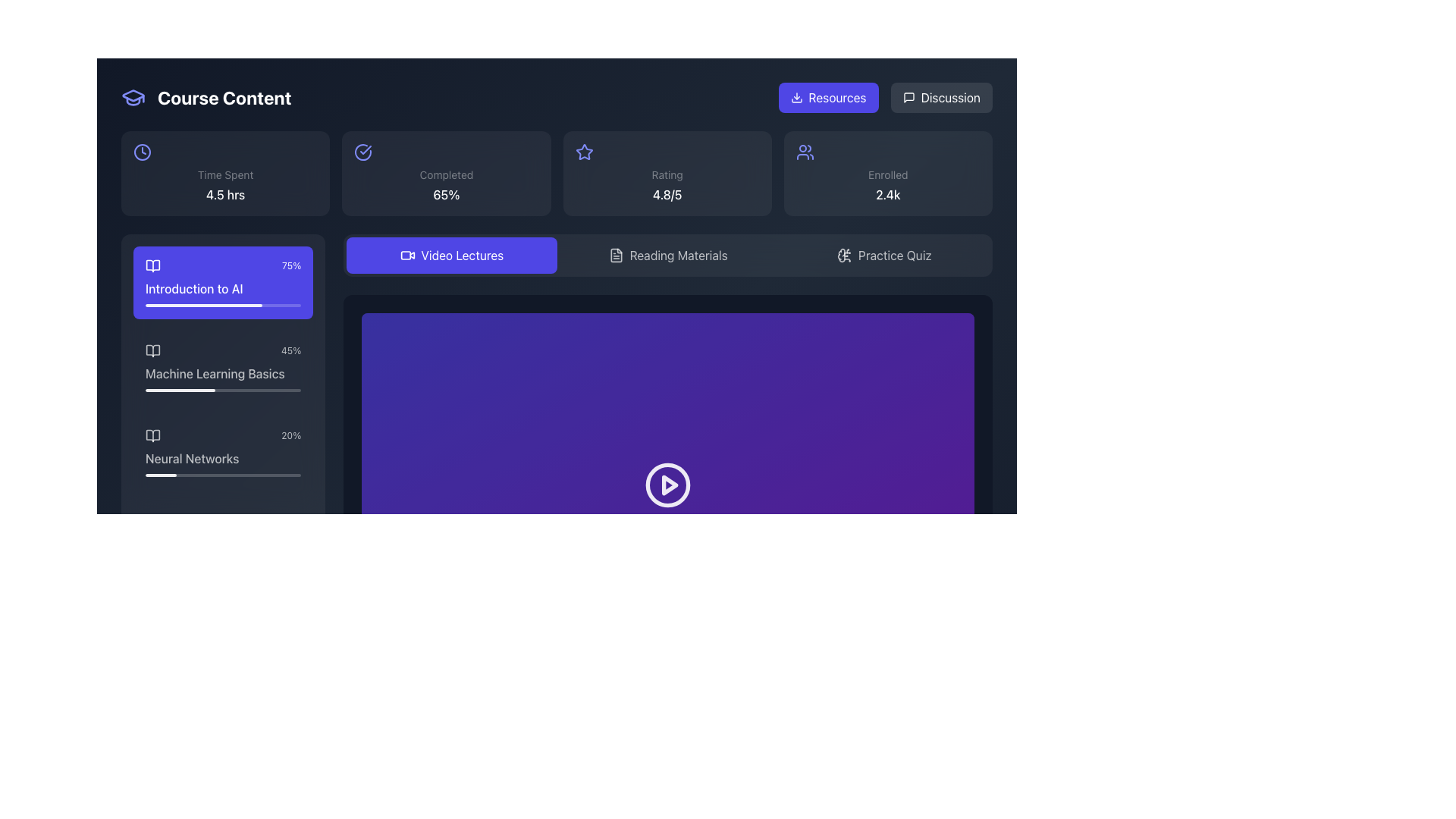  I want to click on the progress bar, so click(149, 305).